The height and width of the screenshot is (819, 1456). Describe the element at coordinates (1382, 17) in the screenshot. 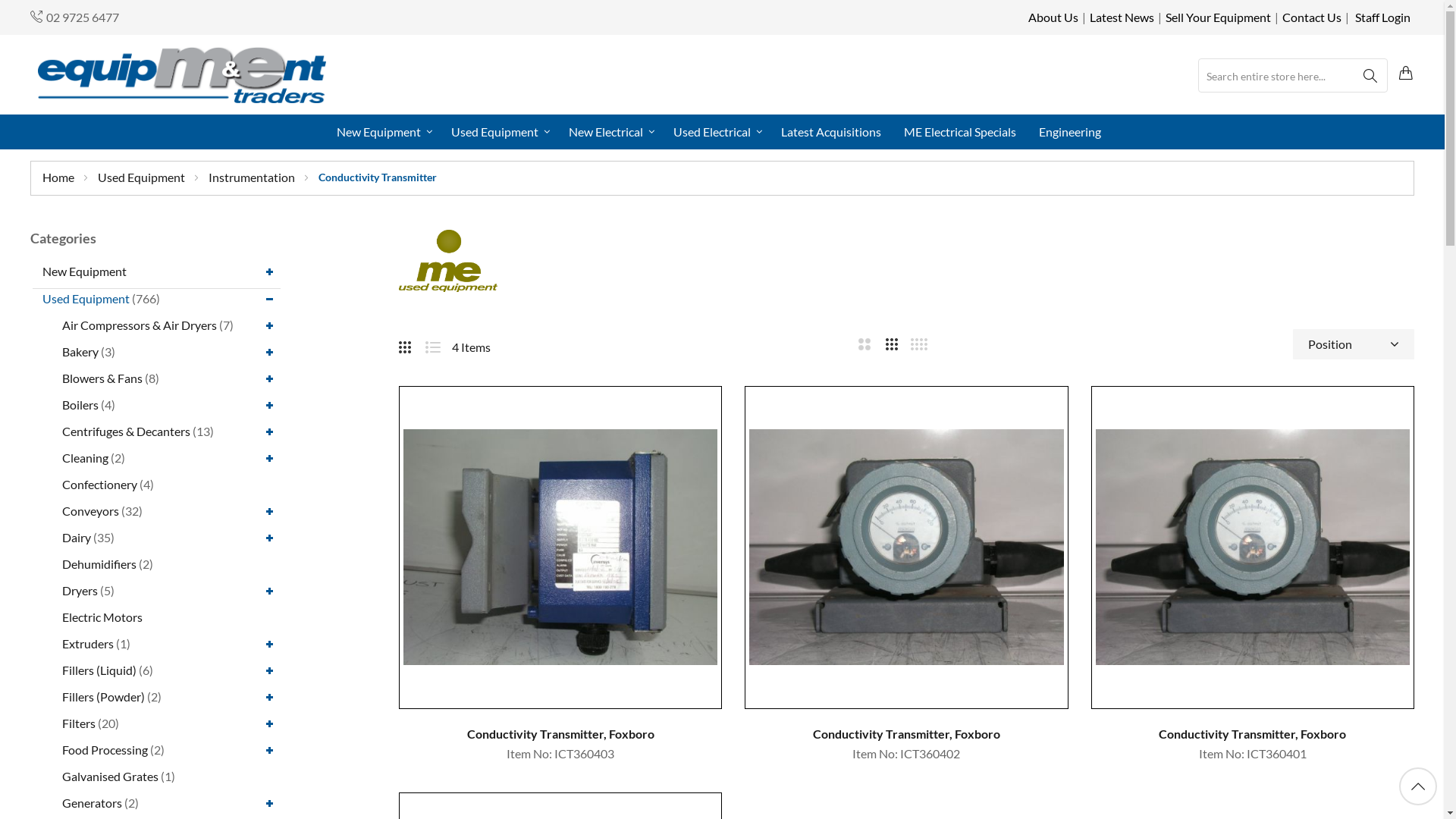

I see `'Staff Login'` at that location.